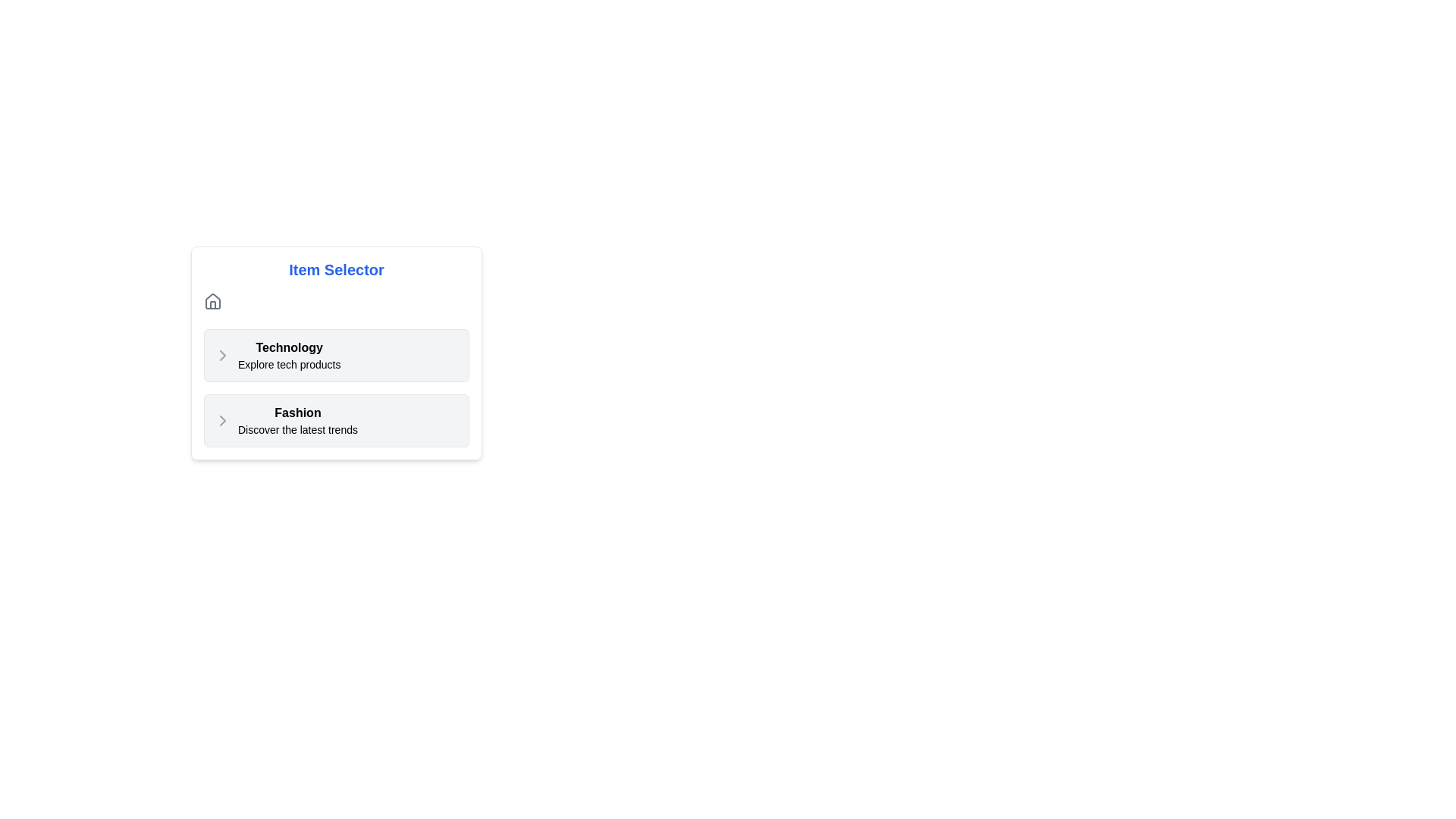 The width and height of the screenshot is (1456, 819). Describe the element at coordinates (221, 421) in the screenshot. I see `the icon located to the right of the 'Fashion' text in the second list item of the 'Item Selector' menu` at that location.